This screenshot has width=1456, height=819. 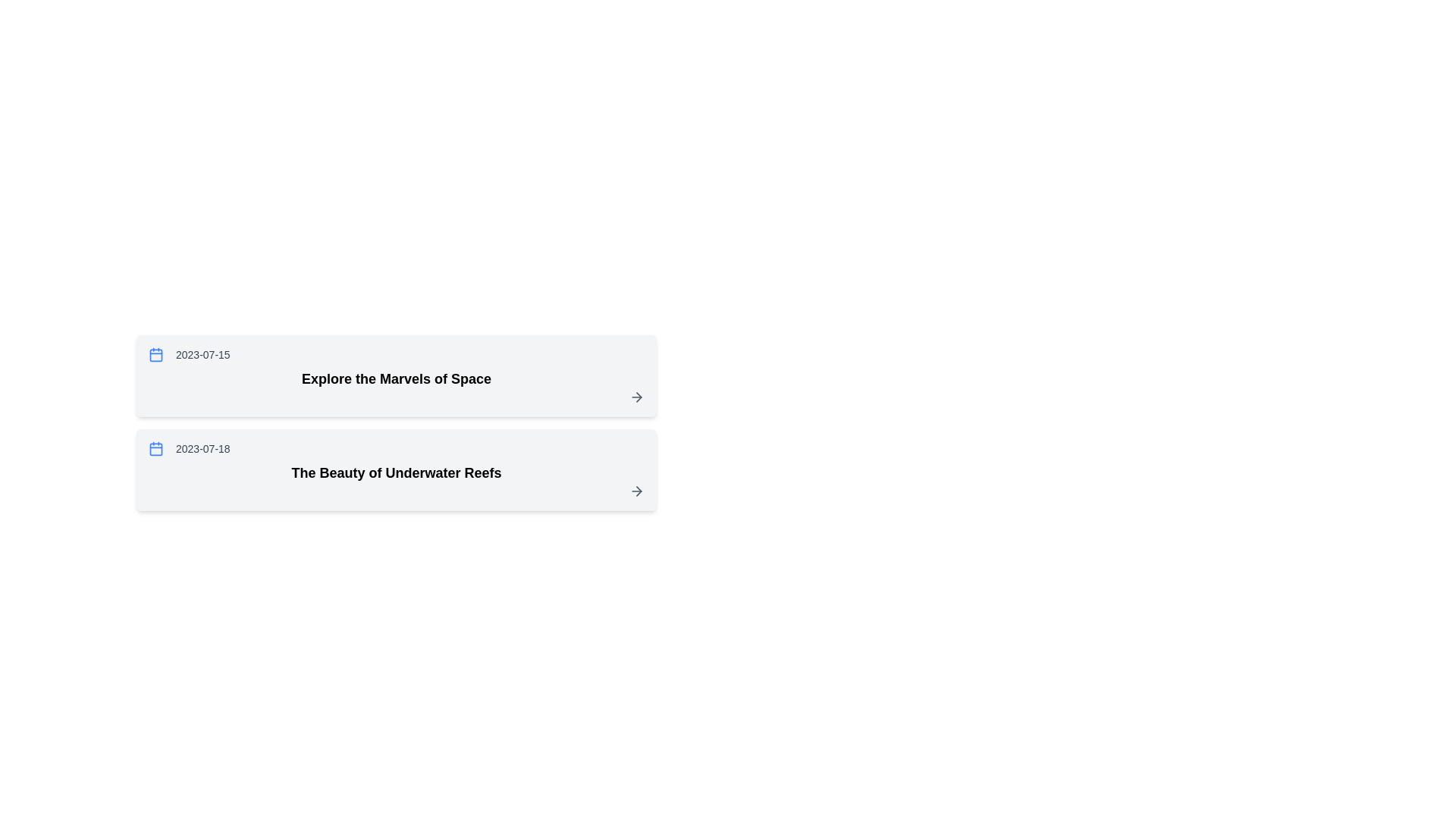 I want to click on the right-pointing arrow icon button located at the far-right side of the content card titled 'The Beauty of Underwater Reefs', so click(x=637, y=491).